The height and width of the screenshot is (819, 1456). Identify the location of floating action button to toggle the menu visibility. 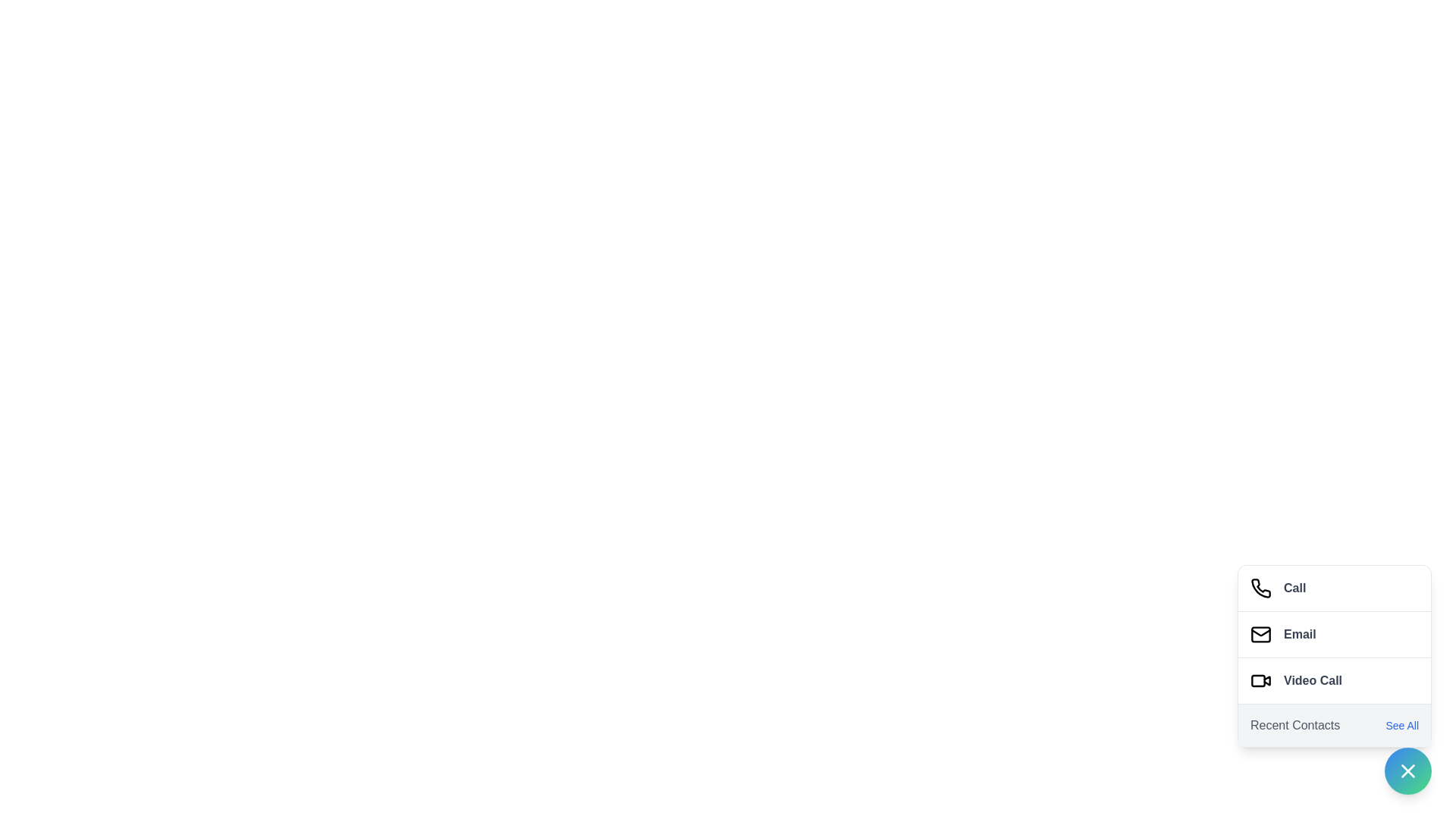
(1407, 771).